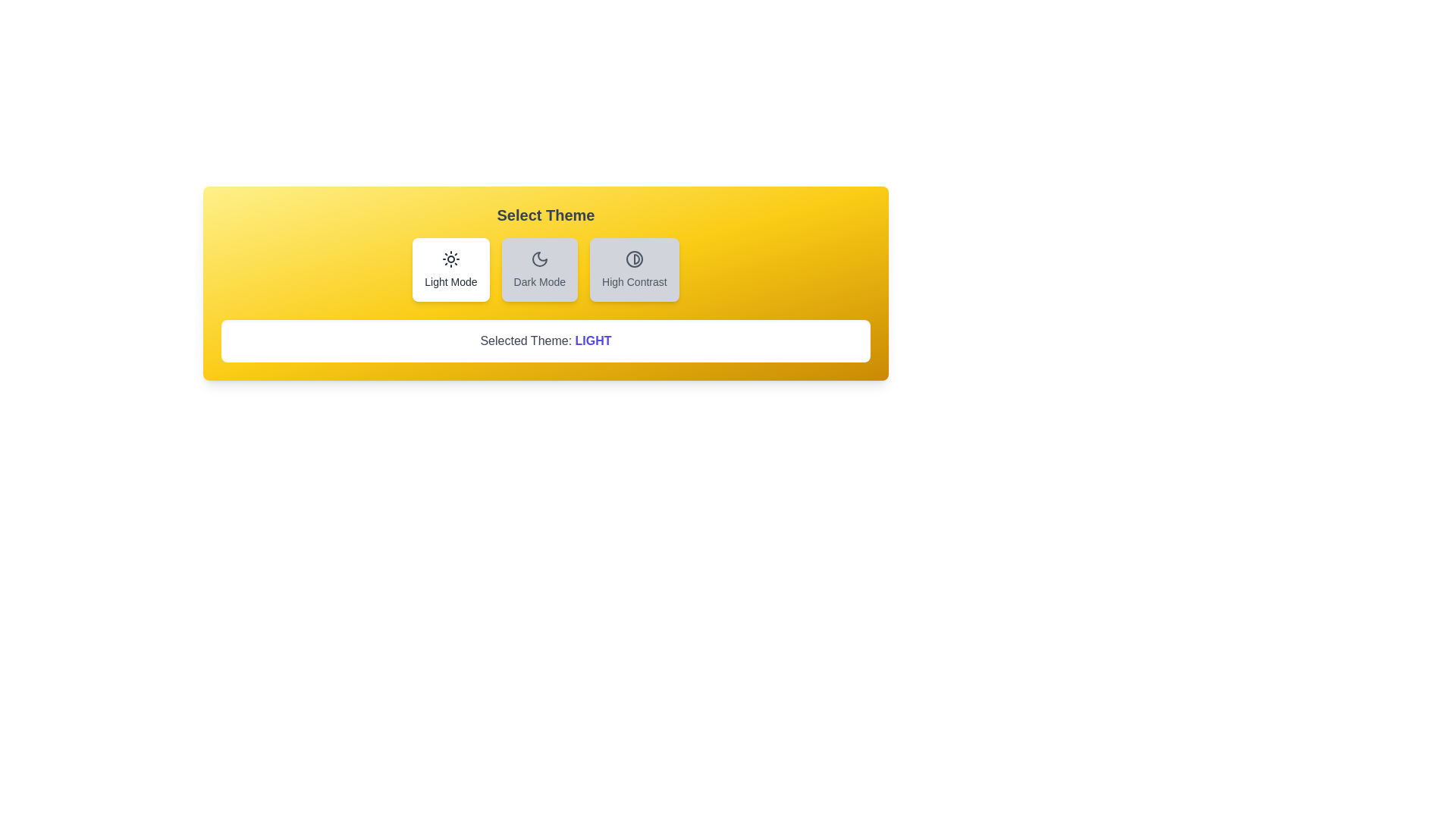 This screenshot has height=819, width=1456. I want to click on the button corresponding to the theme Dark Mode to select it, so click(539, 268).